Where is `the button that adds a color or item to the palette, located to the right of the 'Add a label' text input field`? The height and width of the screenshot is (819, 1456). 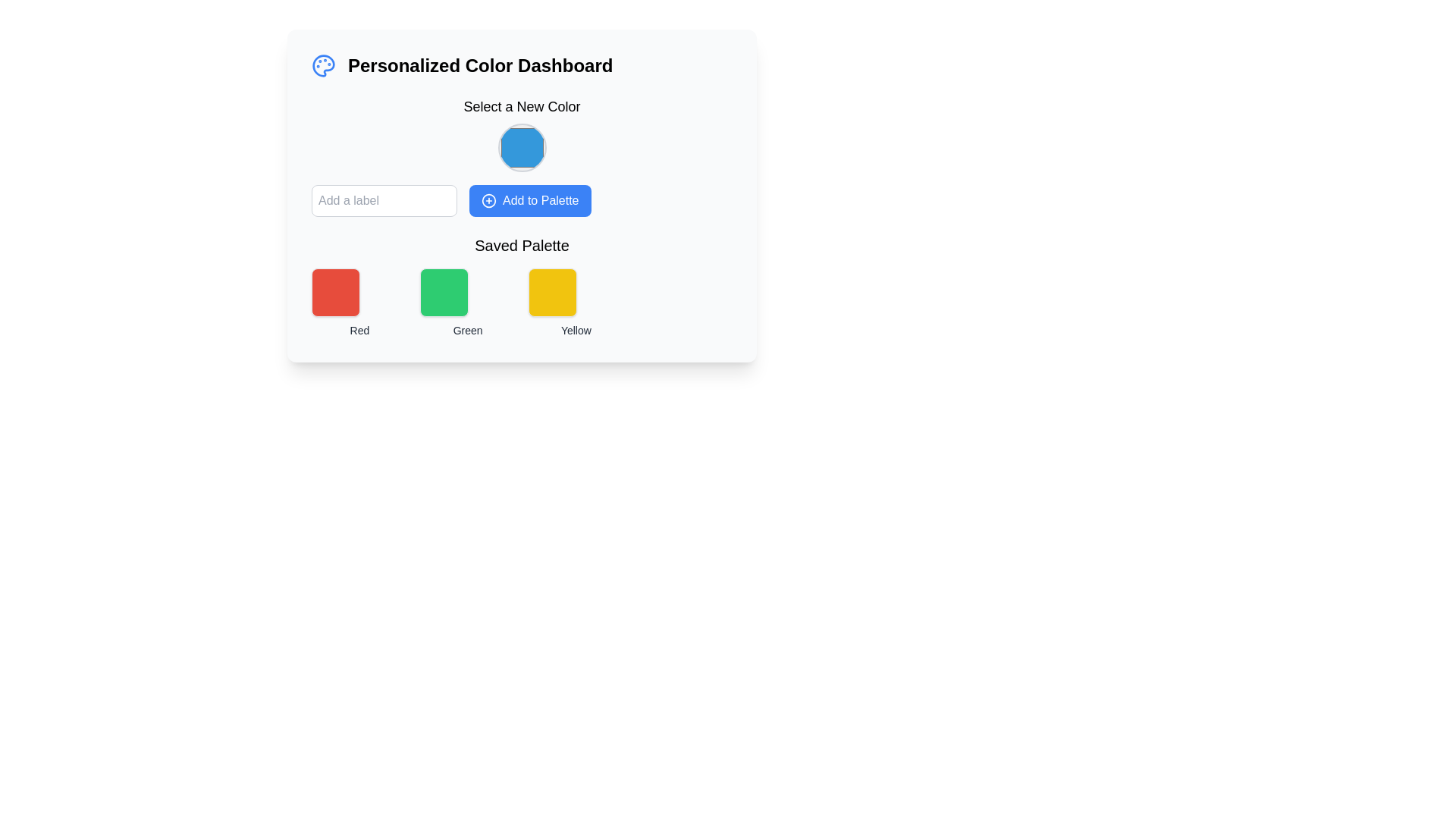
the button that adds a color or item to the palette, located to the right of the 'Add a label' text input field is located at coordinates (530, 200).